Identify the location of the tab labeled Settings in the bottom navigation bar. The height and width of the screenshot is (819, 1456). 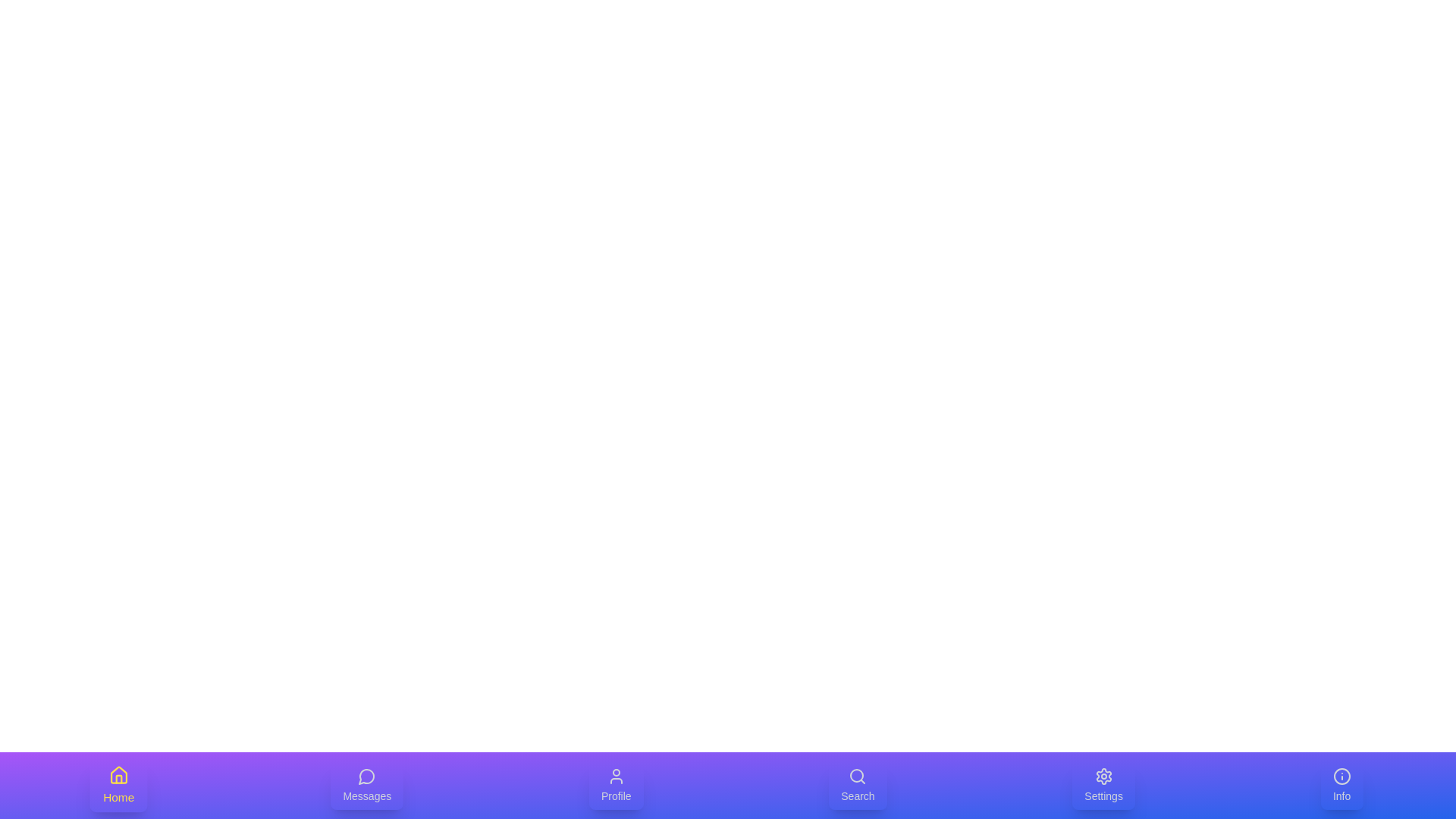
(1103, 785).